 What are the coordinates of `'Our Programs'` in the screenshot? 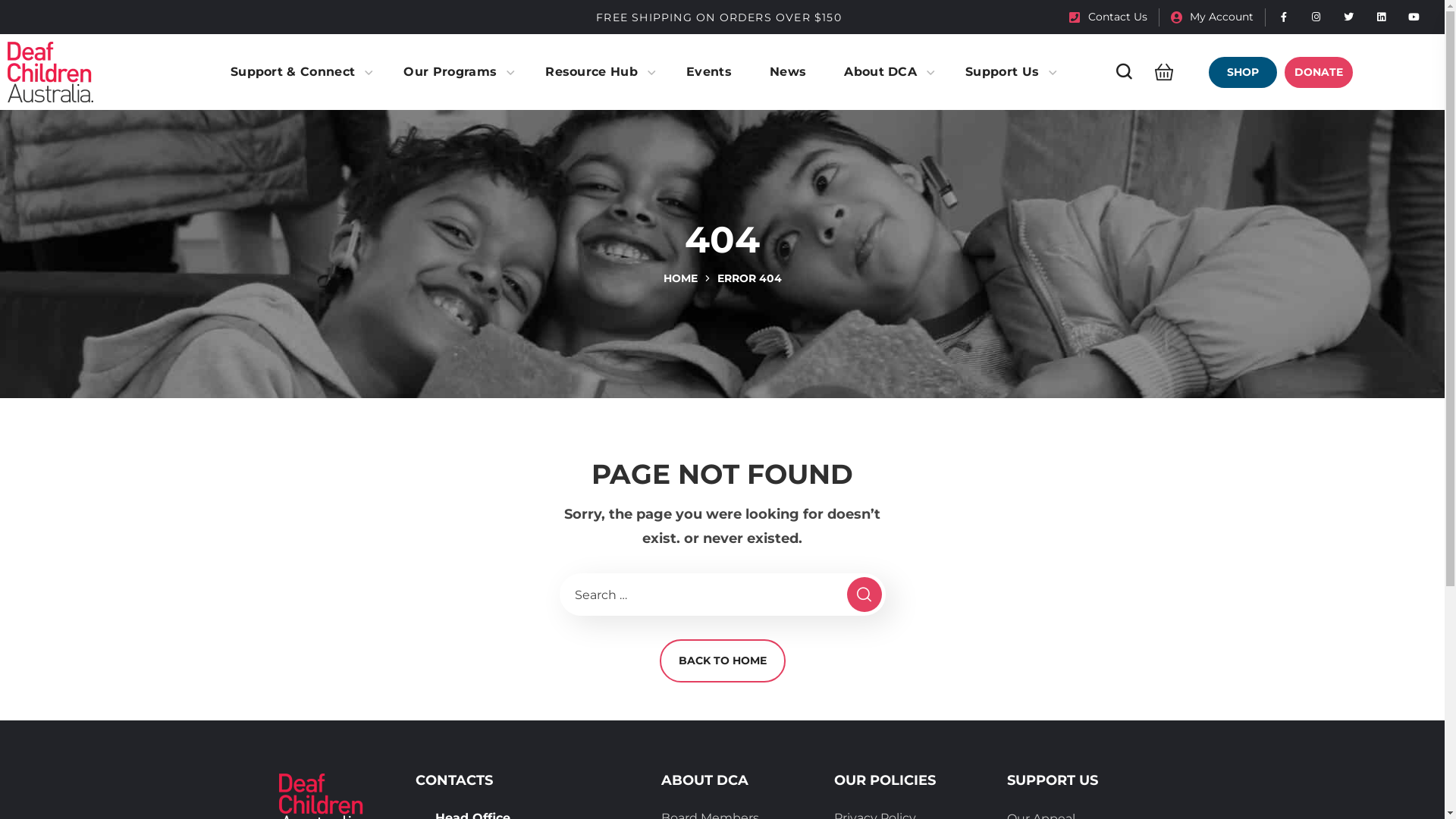 It's located at (454, 72).